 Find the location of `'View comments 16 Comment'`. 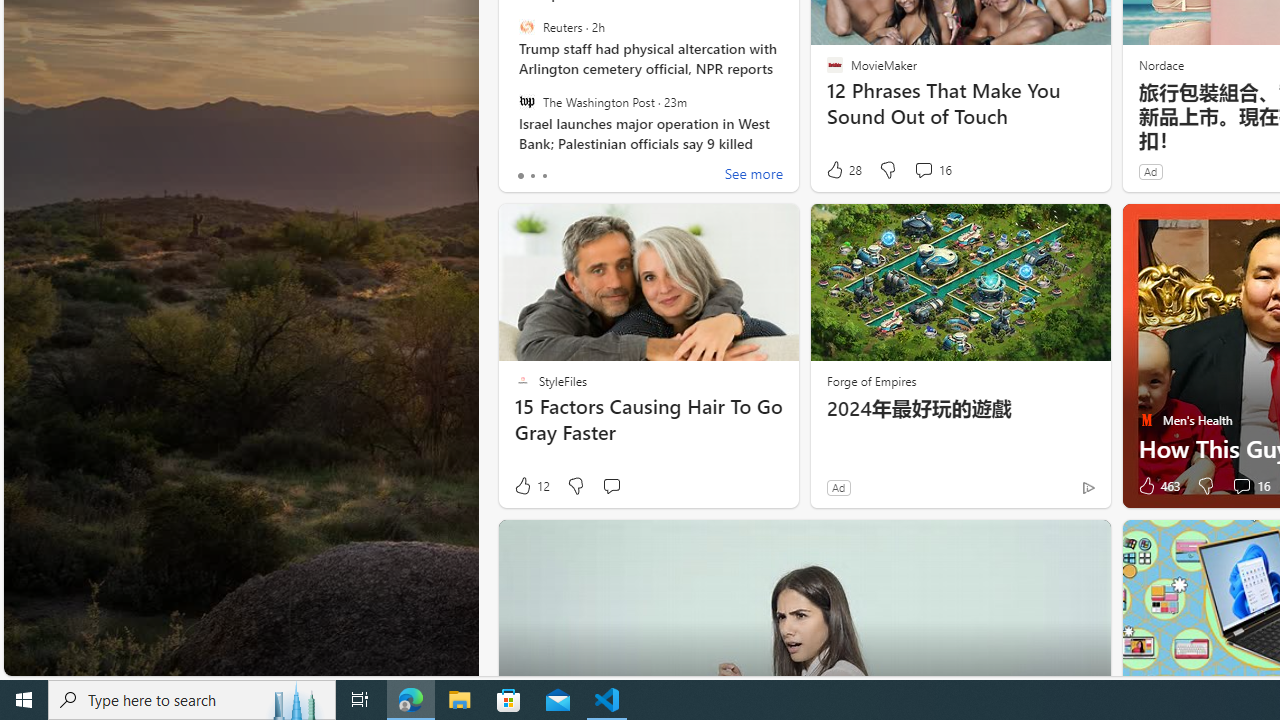

'View comments 16 Comment' is located at coordinates (1240, 486).